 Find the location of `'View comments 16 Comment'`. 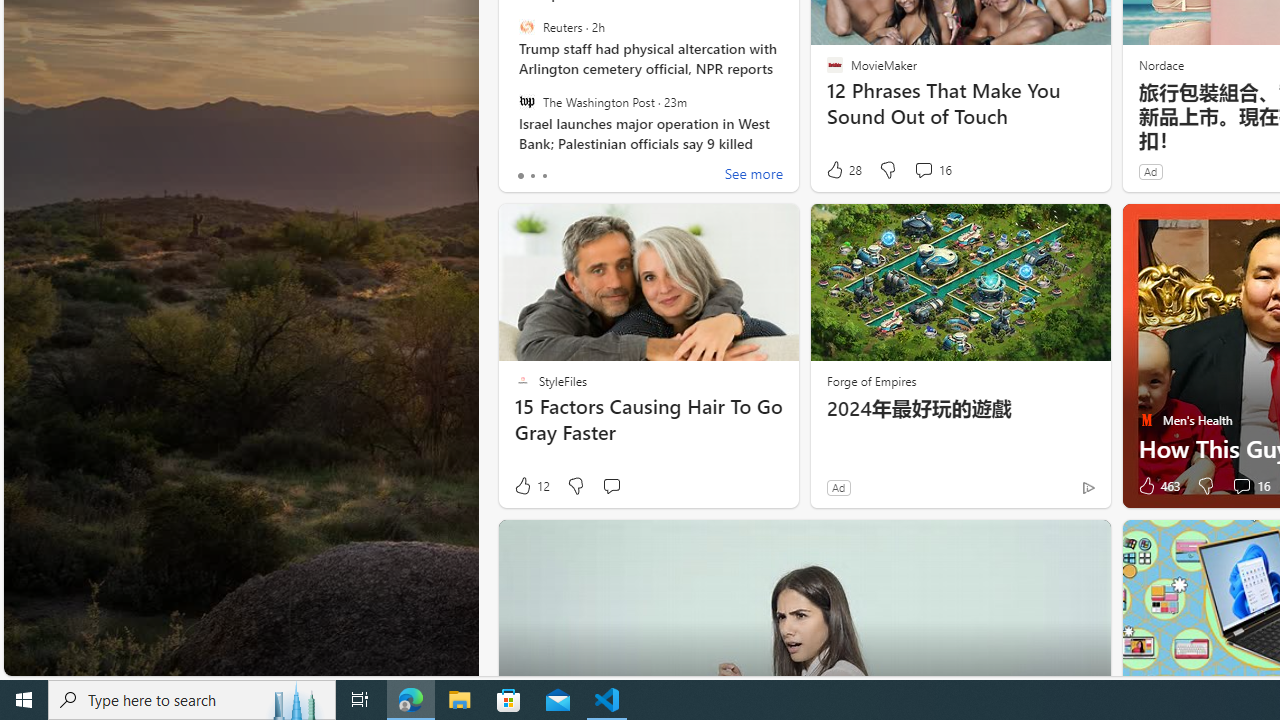

'View comments 16 Comment' is located at coordinates (1240, 486).